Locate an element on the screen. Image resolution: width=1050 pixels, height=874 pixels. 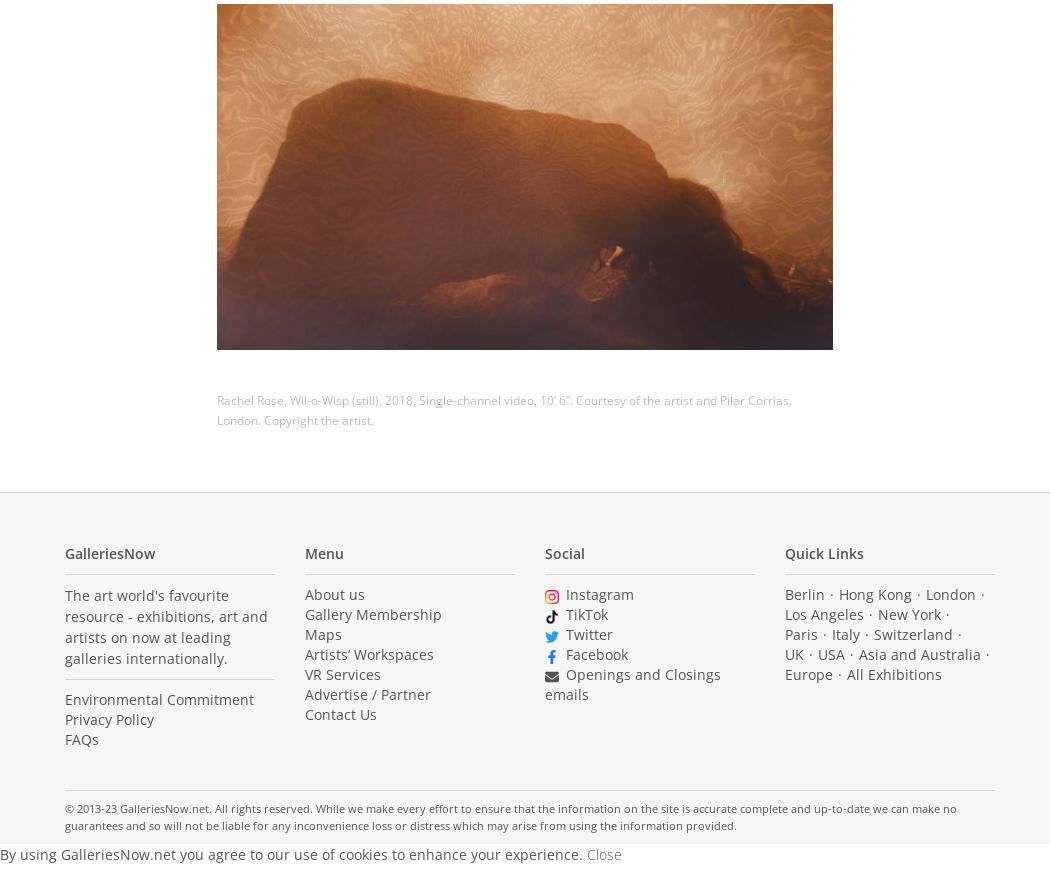
'Gallery Membership' is located at coordinates (372, 613).